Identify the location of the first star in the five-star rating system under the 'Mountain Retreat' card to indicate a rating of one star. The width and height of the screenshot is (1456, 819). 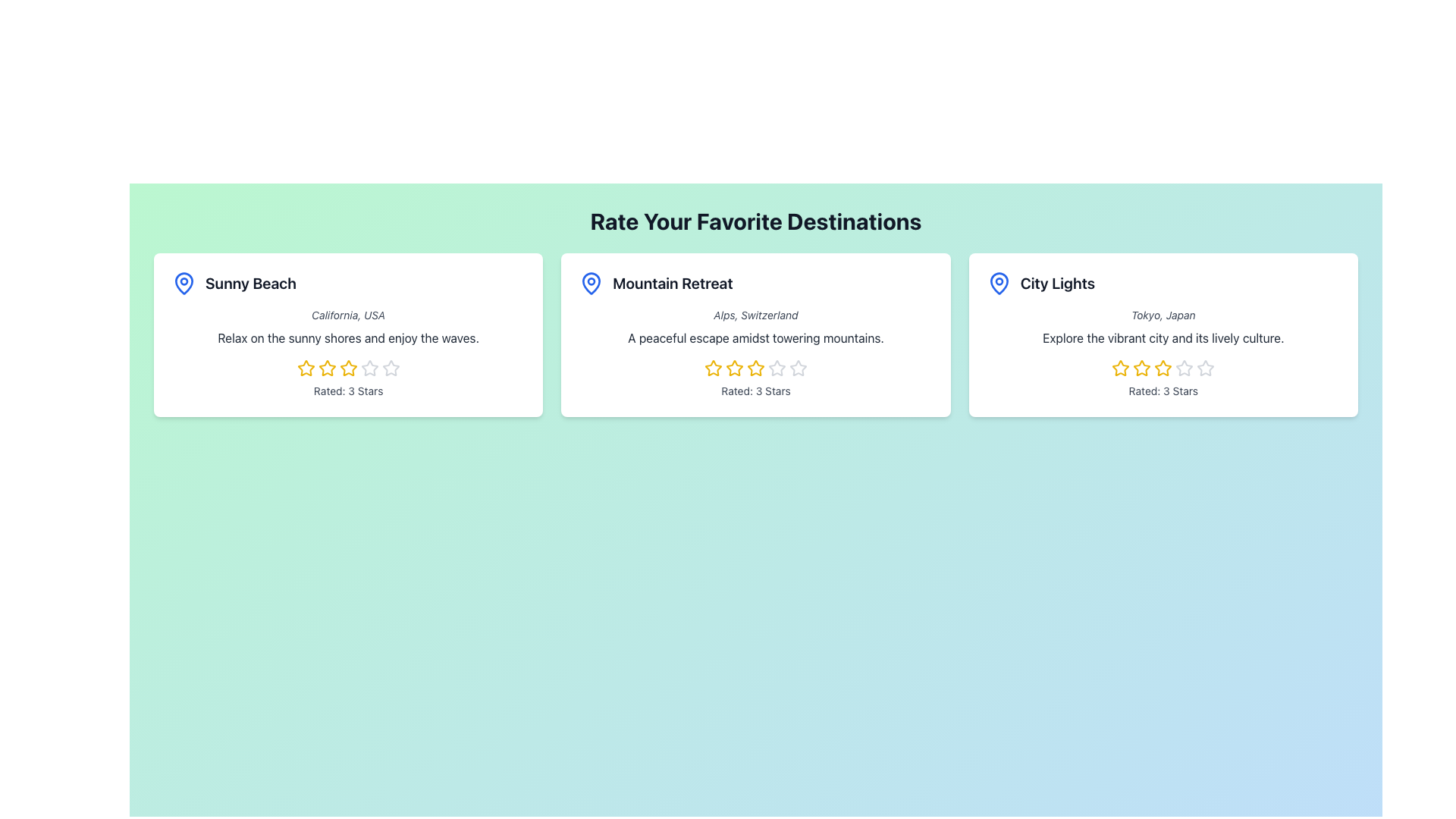
(712, 368).